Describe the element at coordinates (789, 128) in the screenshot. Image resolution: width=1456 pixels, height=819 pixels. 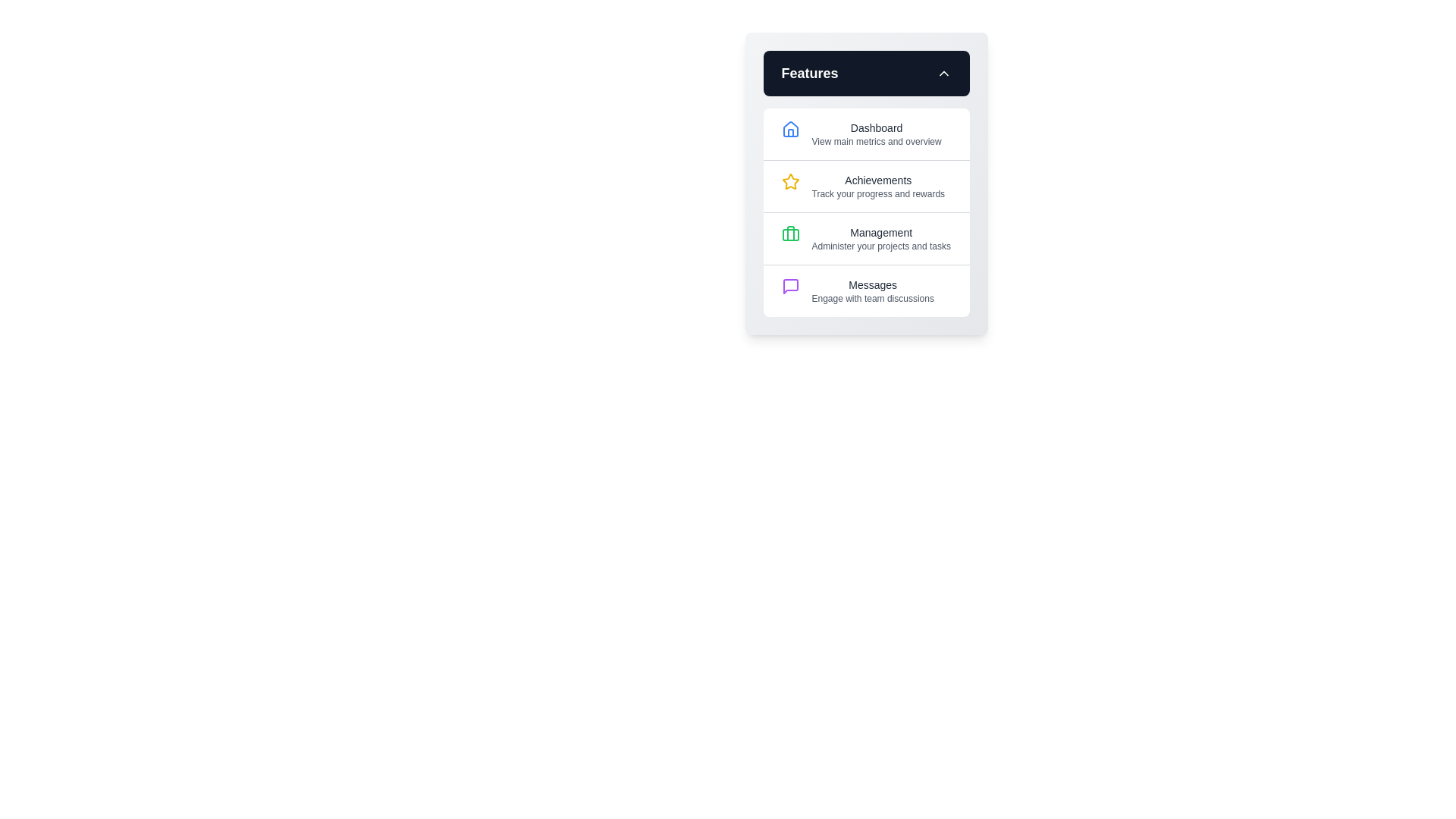
I see `the house-shaped icon representing the 'Dashboard' menu item to trigger potential hover effects` at that location.